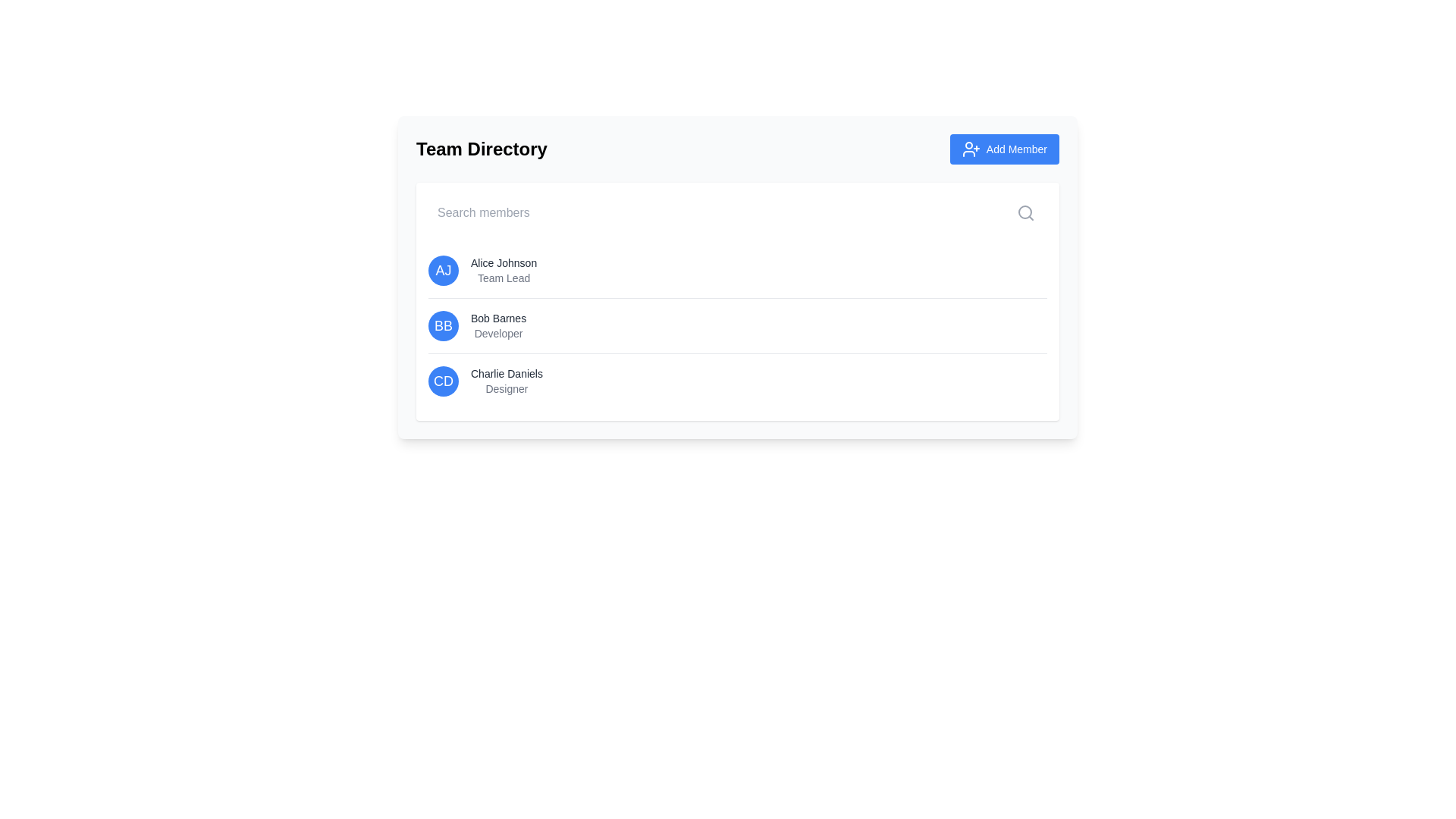 This screenshot has width=1456, height=819. I want to click on the text label displaying the name 'Alice Johnson', so click(504, 262).